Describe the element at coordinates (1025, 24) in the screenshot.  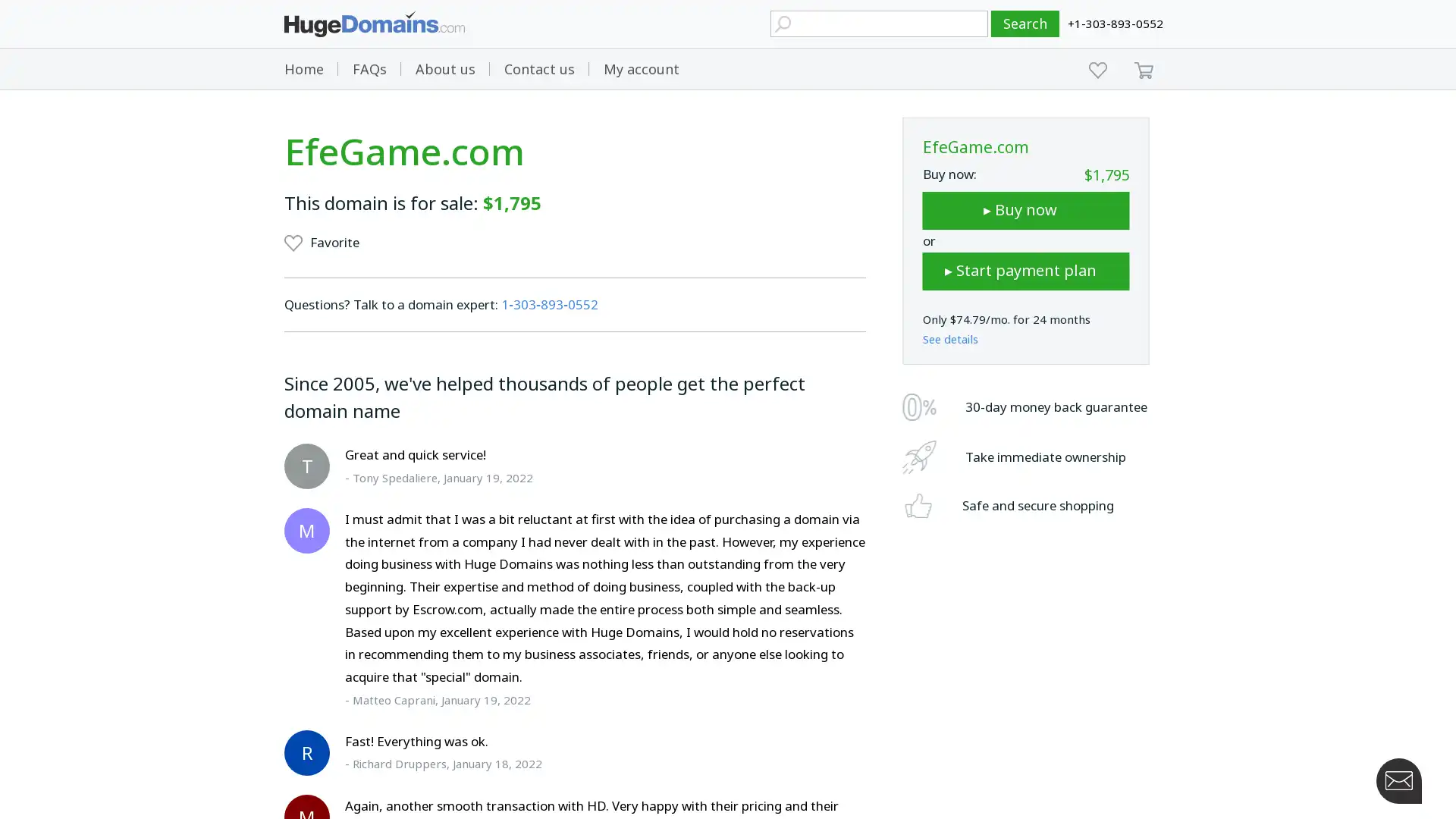
I see `Search` at that location.